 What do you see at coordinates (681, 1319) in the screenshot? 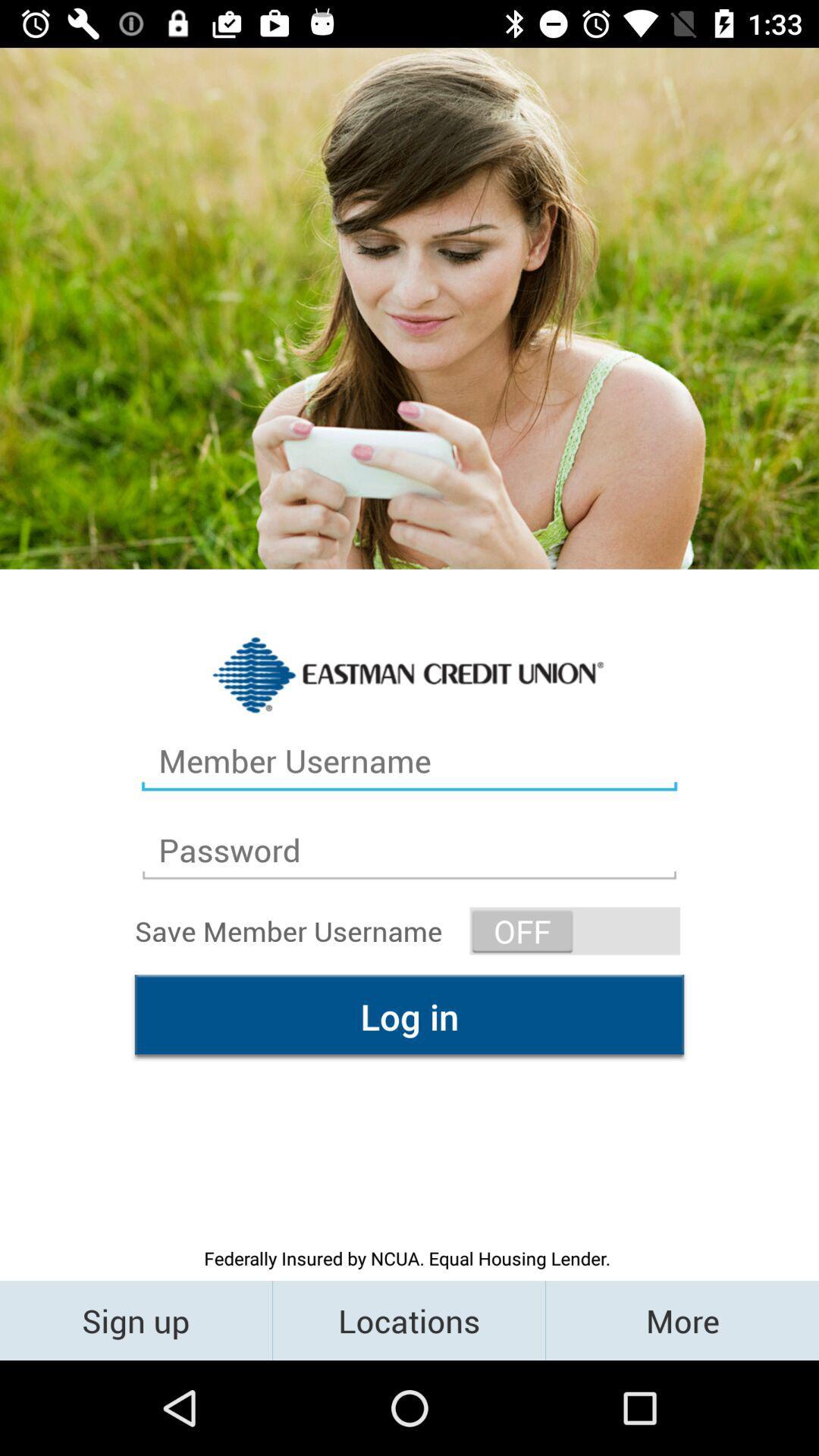
I see `the icon to the right of locations` at bounding box center [681, 1319].